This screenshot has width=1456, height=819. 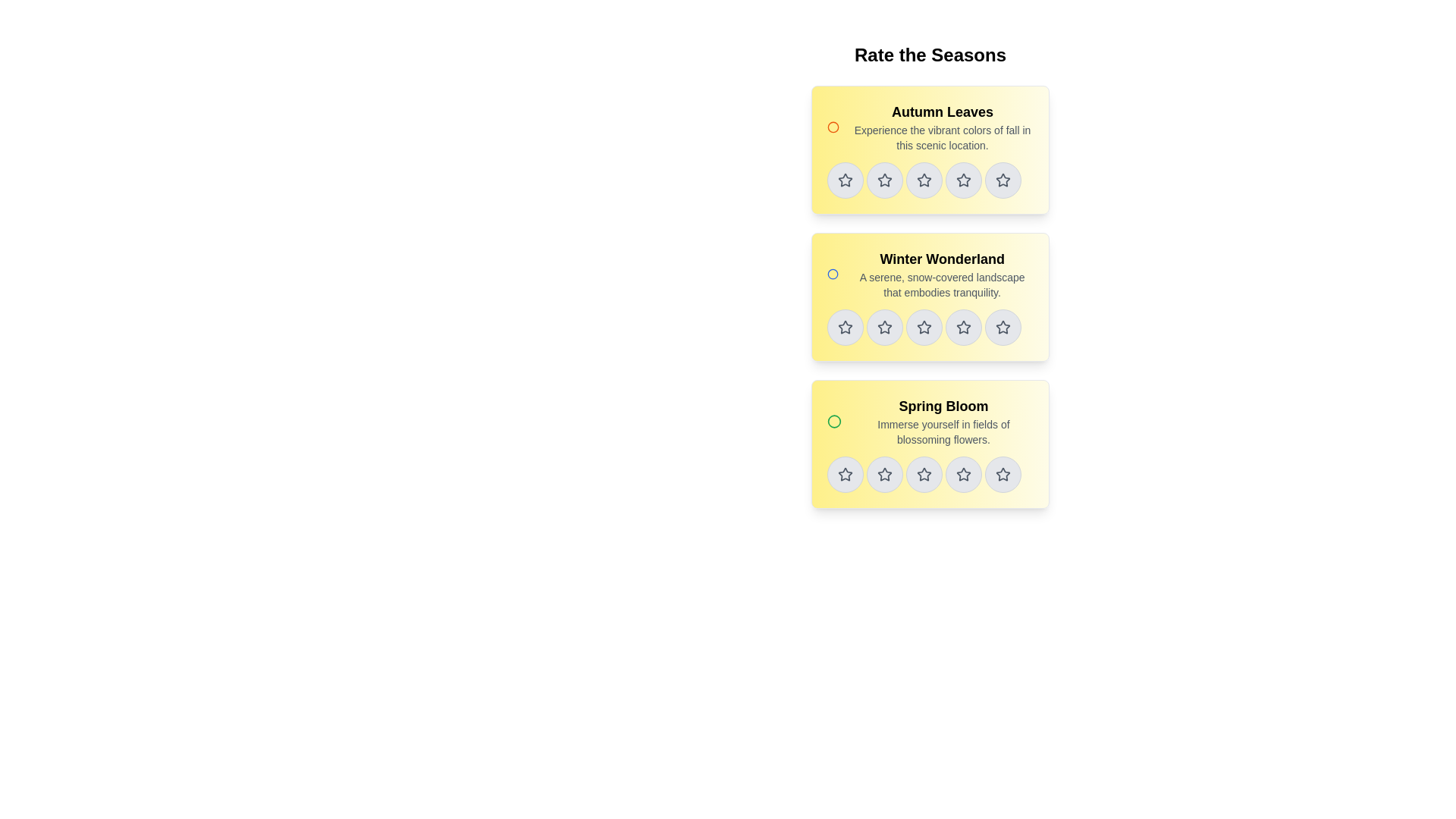 I want to click on the circular button with a gray outline and a light gray background, featuring a star icon inside, located in the first card under 'Autumn Leaves' in the 'Rate the Seasons' section, so click(x=1003, y=180).